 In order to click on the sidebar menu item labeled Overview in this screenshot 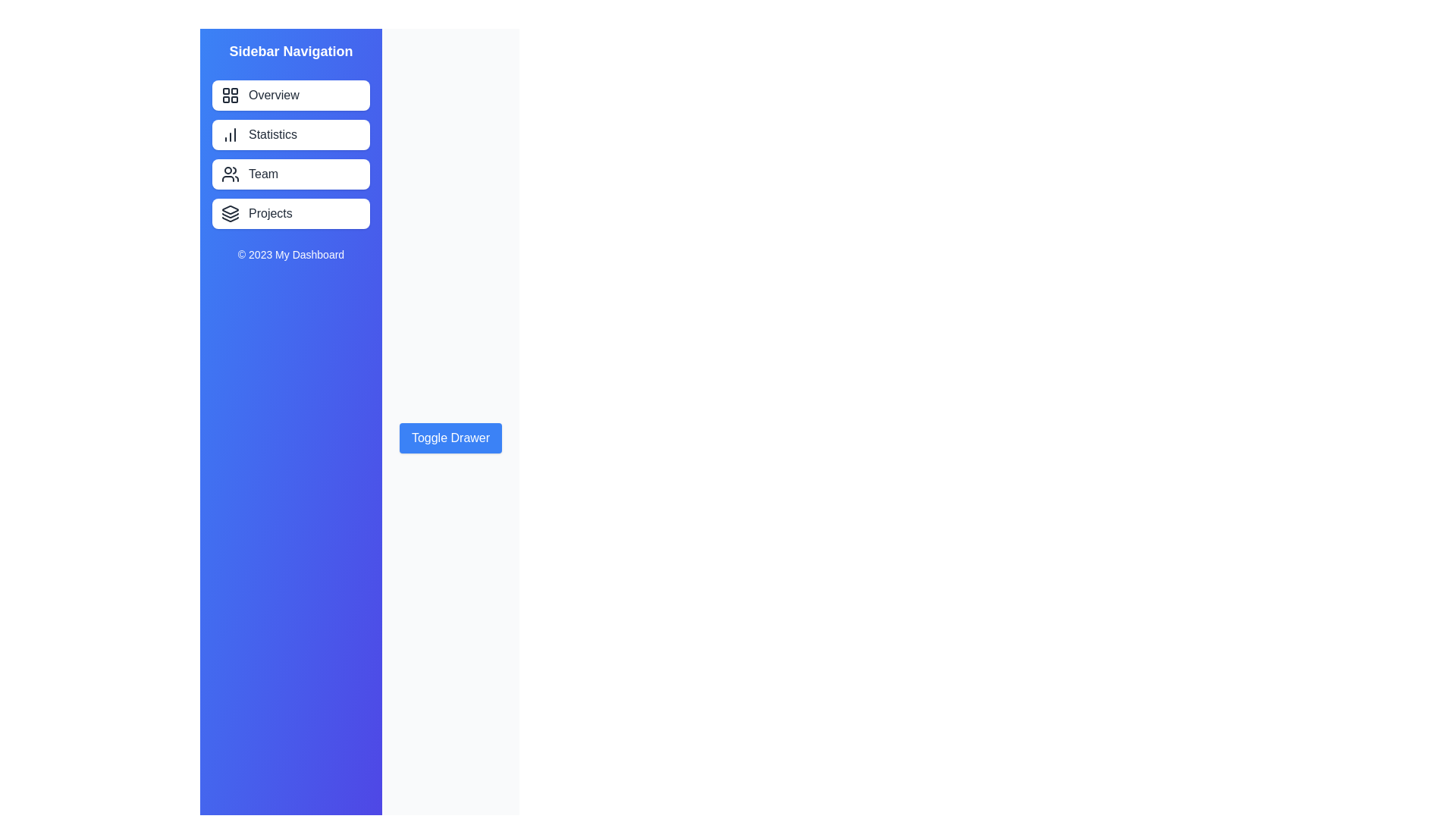, I will do `click(291, 96)`.